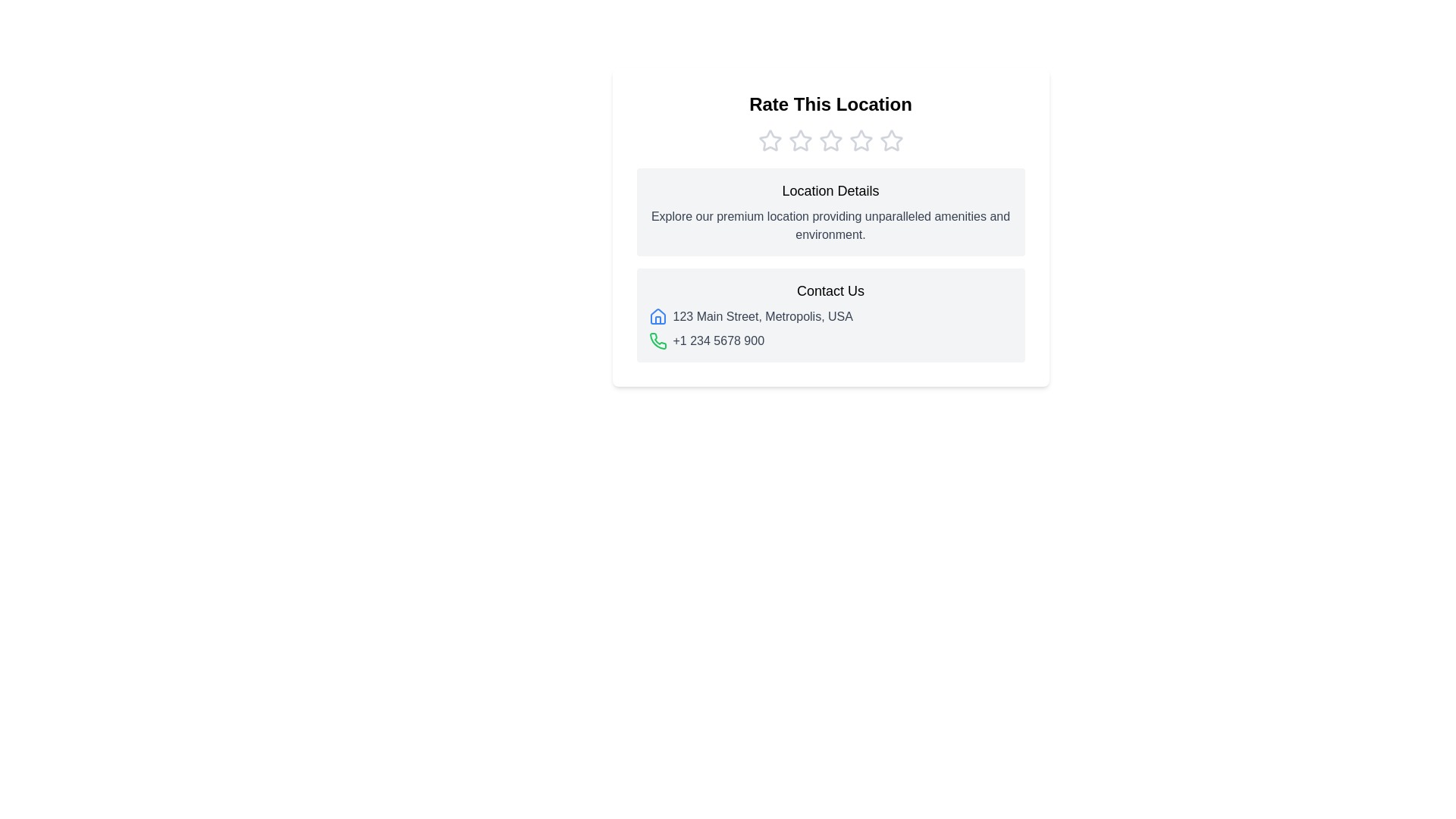 The height and width of the screenshot is (819, 1456). What do you see at coordinates (891, 140) in the screenshot?
I see `the sixth star-shaped icon in the rating interface for accessibility navigation` at bounding box center [891, 140].